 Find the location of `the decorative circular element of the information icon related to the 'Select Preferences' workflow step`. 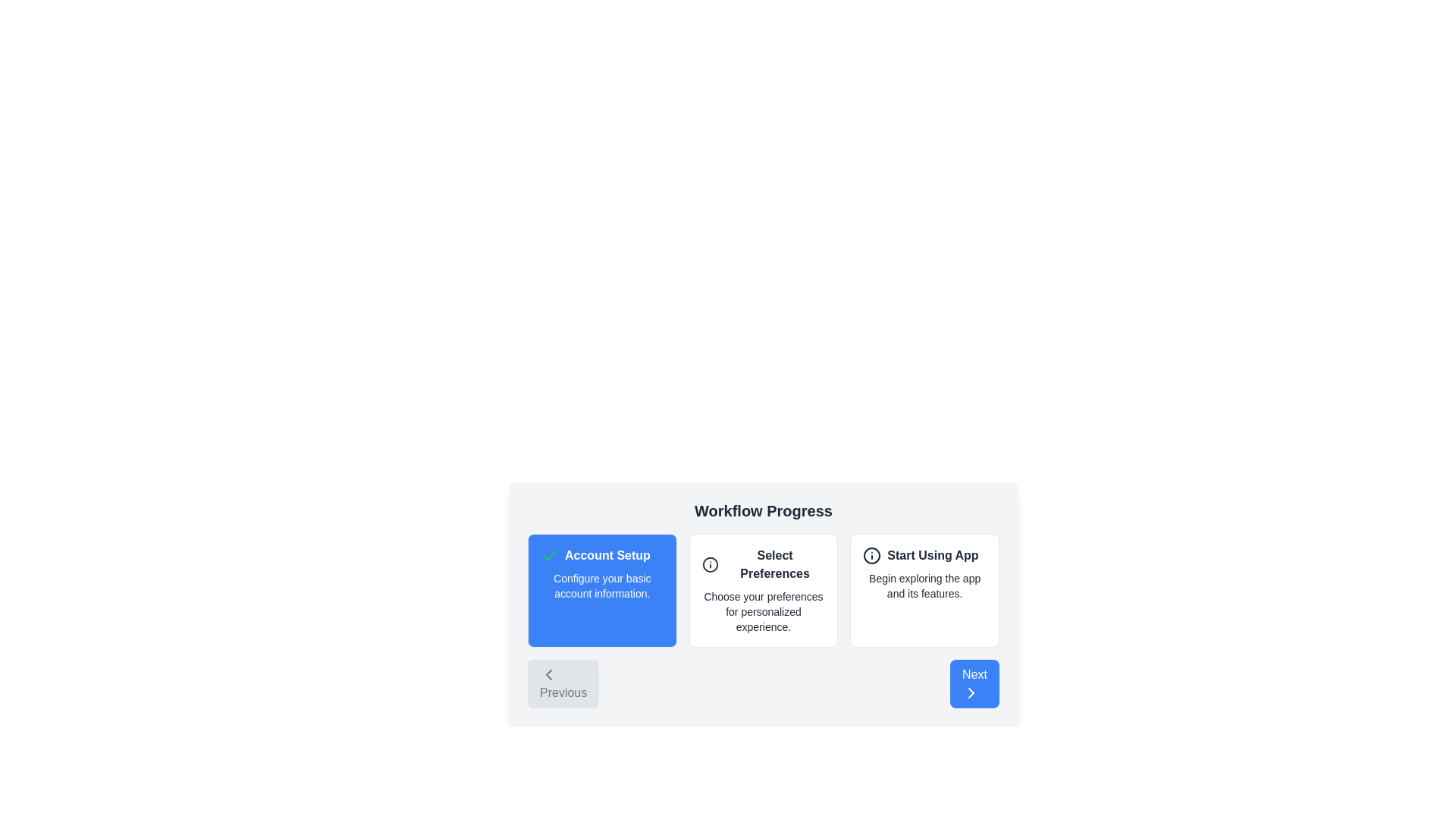

the decorative circular element of the information icon related to the 'Select Preferences' workflow step is located at coordinates (872, 555).